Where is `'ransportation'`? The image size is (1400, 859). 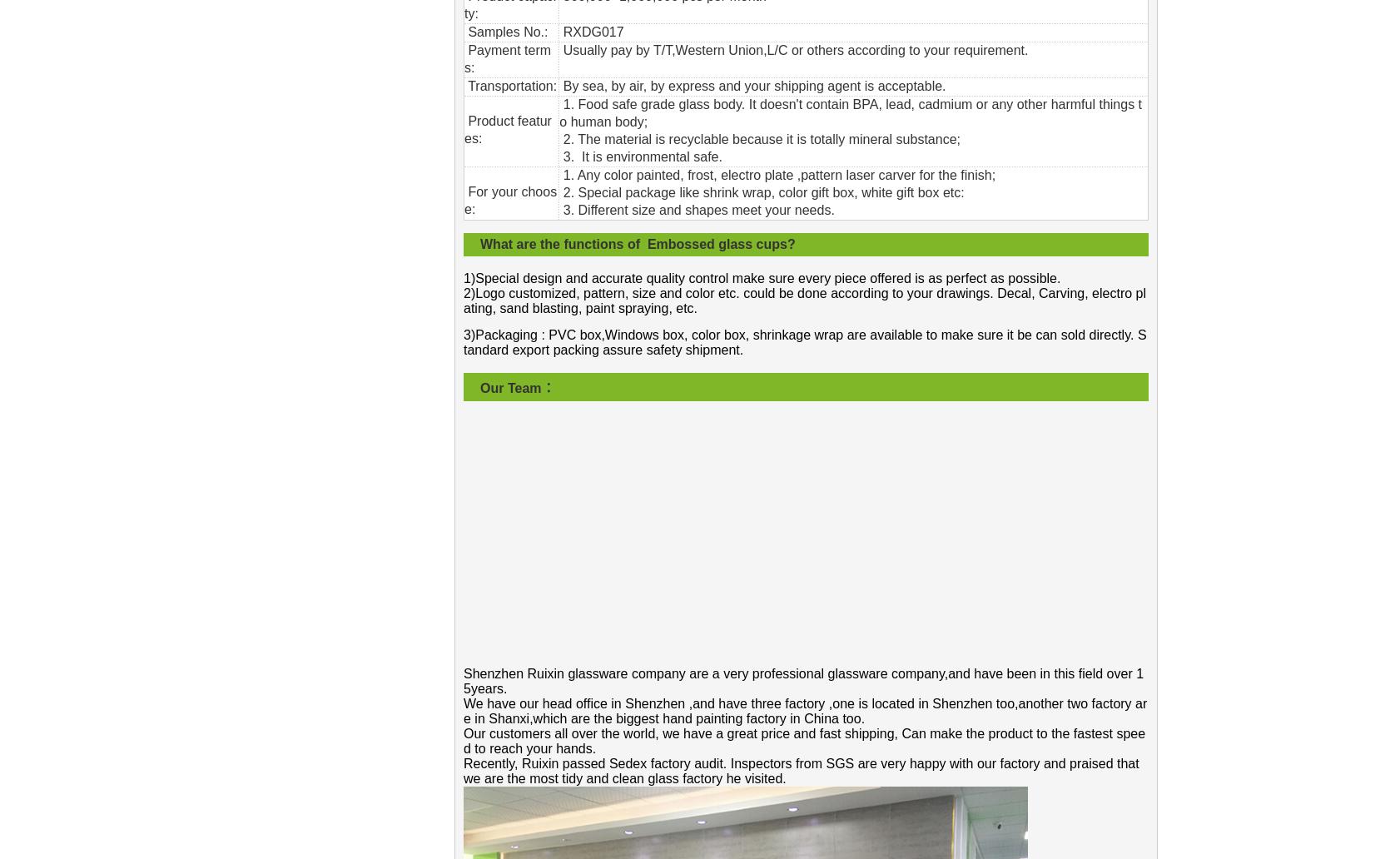 'ransportation' is located at coordinates (475, 86).